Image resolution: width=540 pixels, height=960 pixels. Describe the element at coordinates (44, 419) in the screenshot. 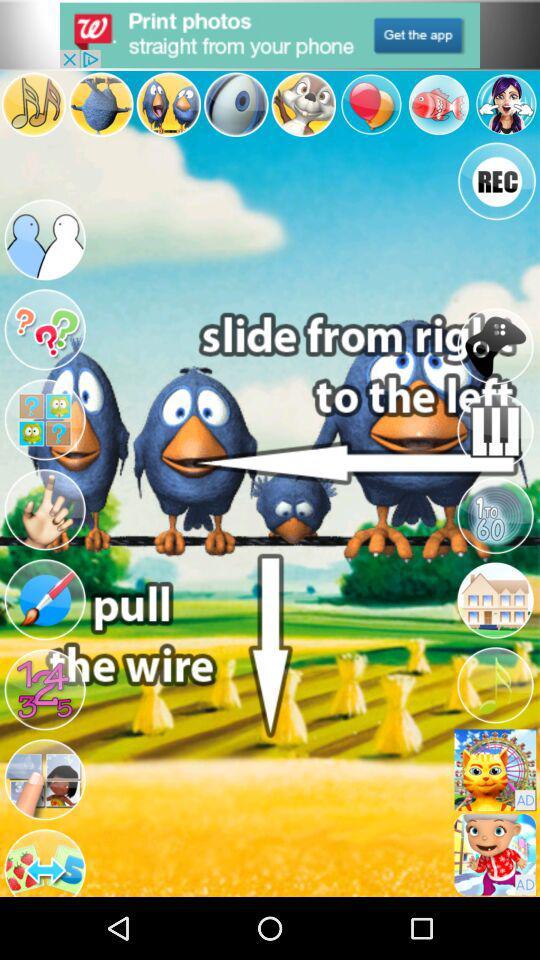

I see `open matching game` at that location.